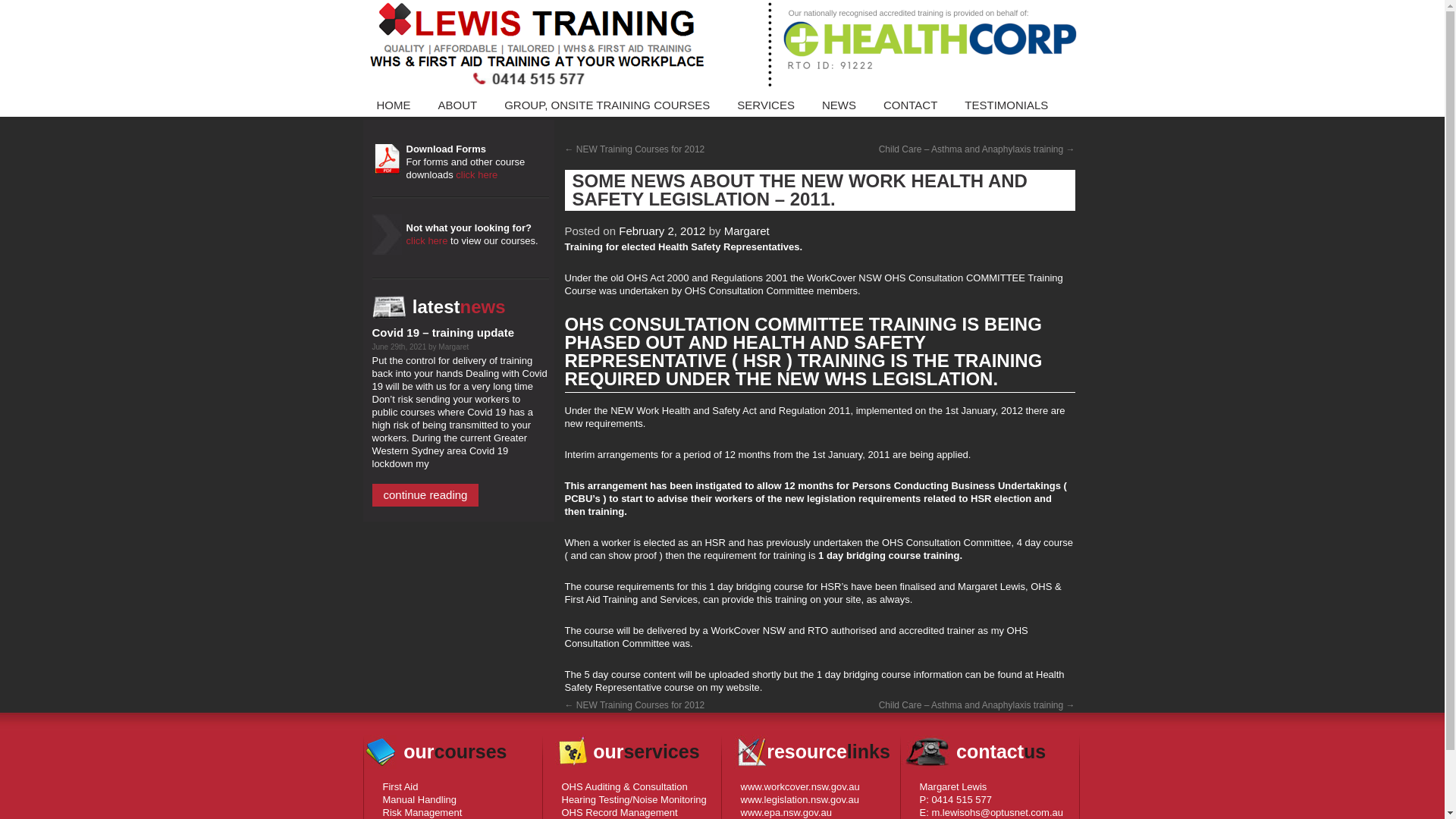 Image resolution: width=1456 pixels, height=819 pixels. Describe the element at coordinates (400, 786) in the screenshot. I see `'First Aid'` at that location.